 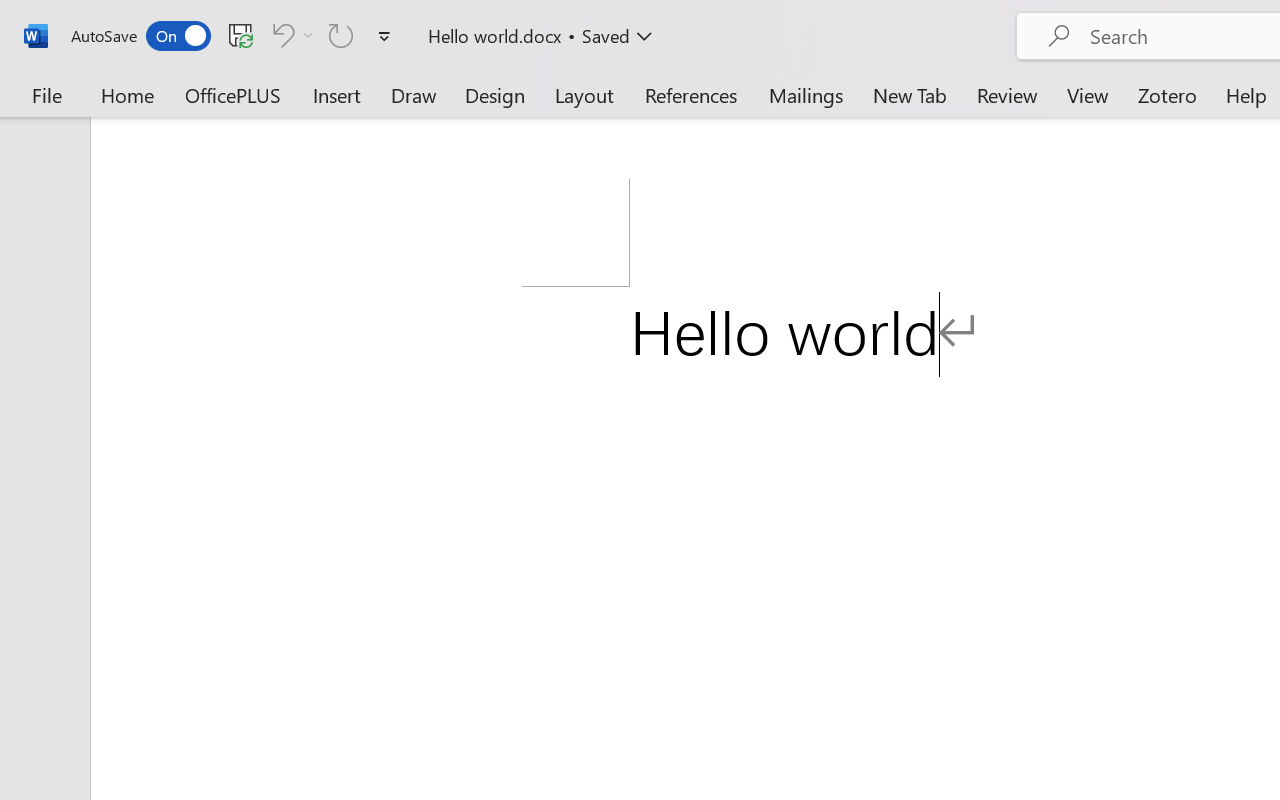 What do you see at coordinates (495, 94) in the screenshot?
I see `'Design'` at bounding box center [495, 94].